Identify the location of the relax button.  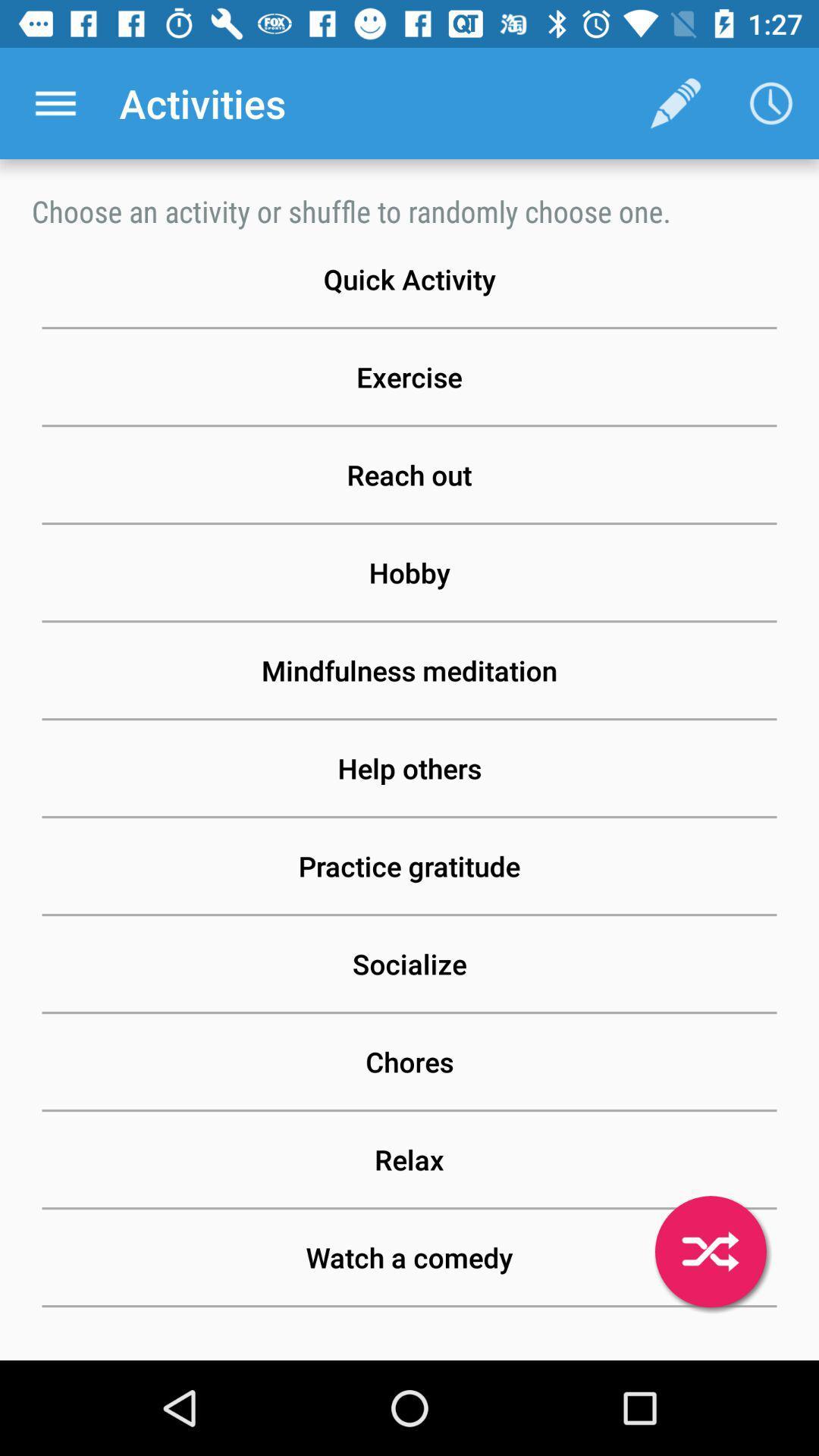
(409, 1159).